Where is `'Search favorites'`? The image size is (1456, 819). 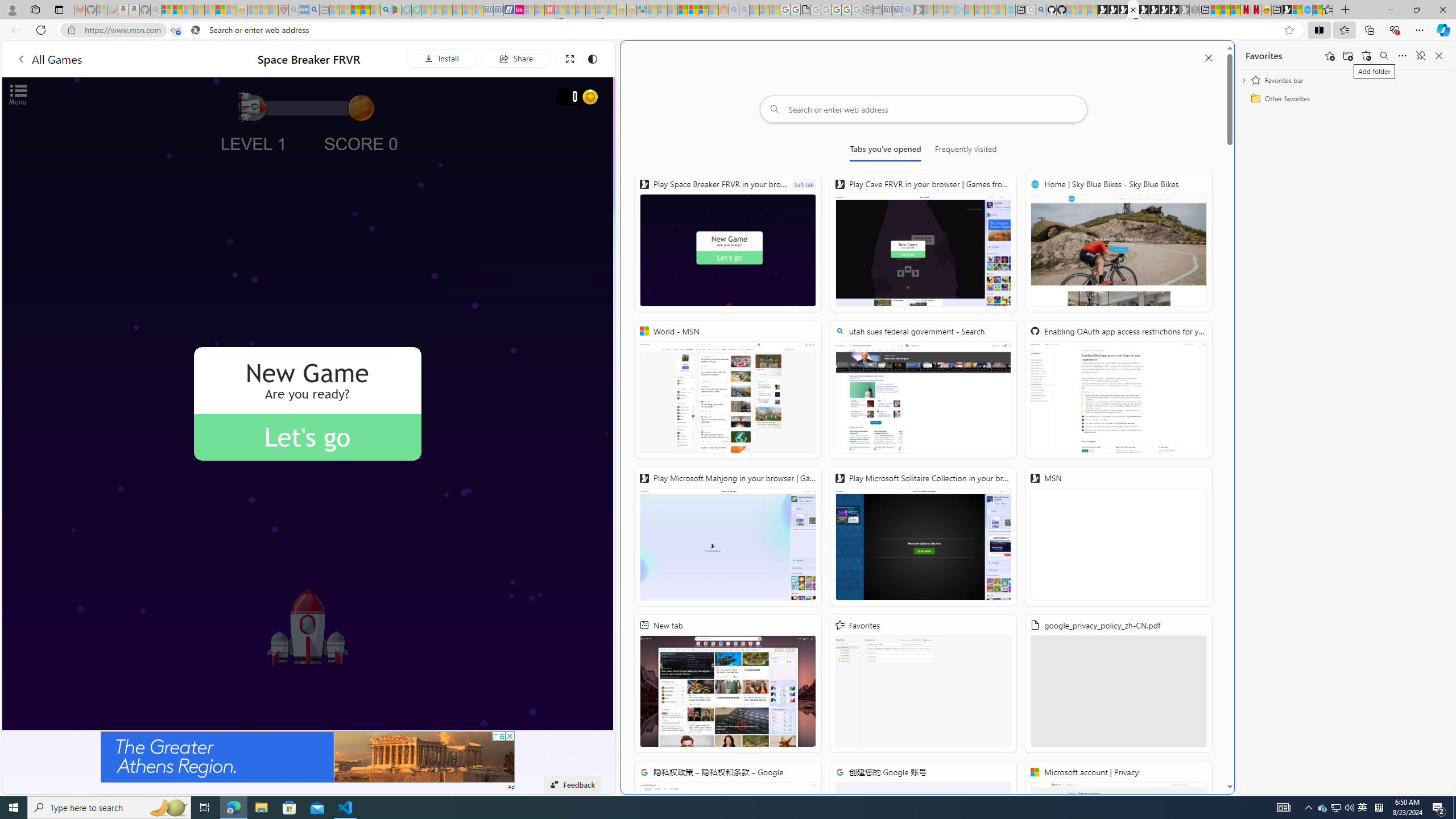
'Search favorites' is located at coordinates (1384, 55).